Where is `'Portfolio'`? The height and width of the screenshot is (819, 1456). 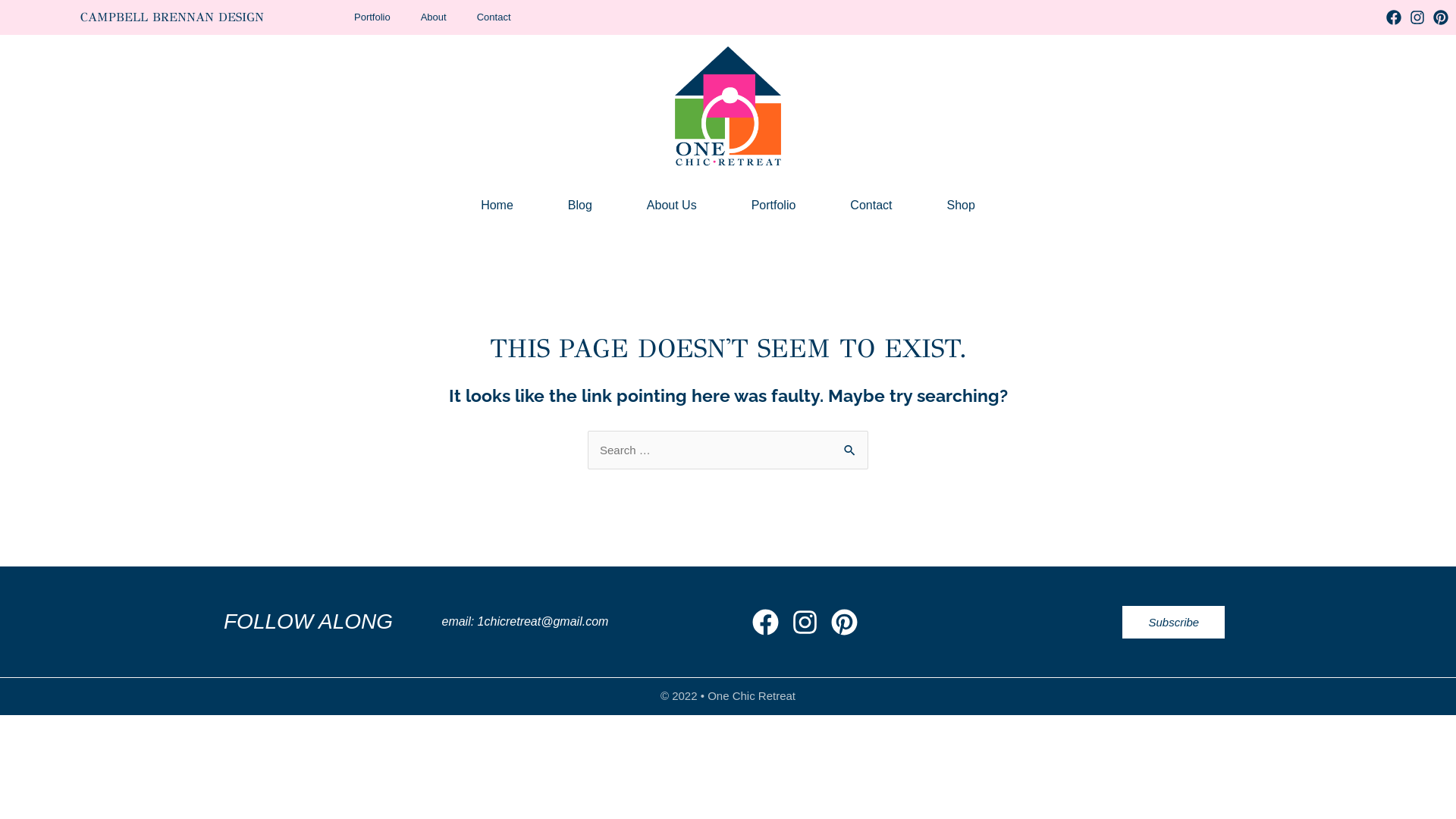 'Portfolio' is located at coordinates (372, 17).